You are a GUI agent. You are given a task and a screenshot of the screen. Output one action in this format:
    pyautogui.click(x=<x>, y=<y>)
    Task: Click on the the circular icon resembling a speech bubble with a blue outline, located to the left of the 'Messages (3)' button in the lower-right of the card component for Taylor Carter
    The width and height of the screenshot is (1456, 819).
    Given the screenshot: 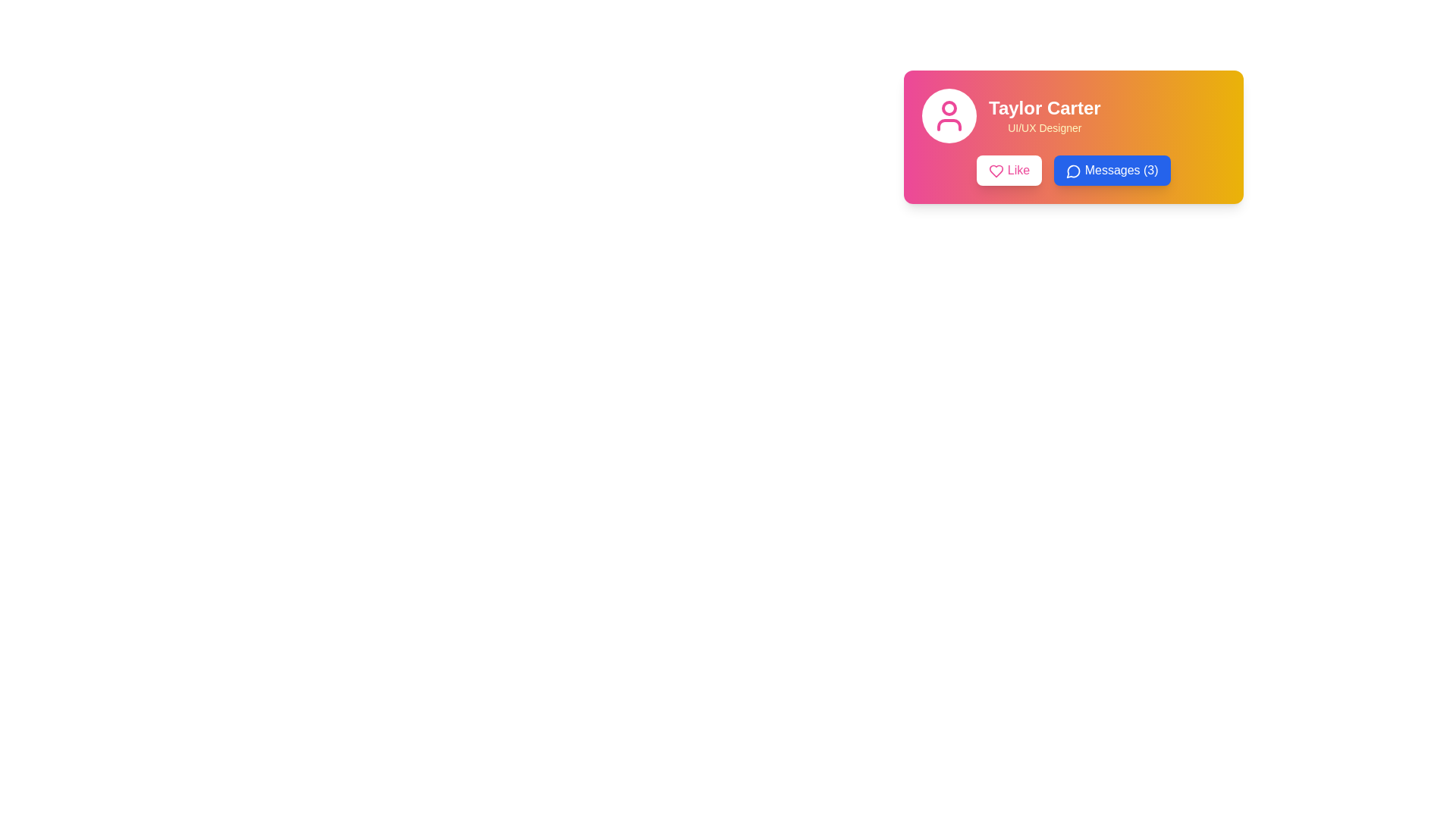 What is the action you would take?
    pyautogui.click(x=1073, y=171)
    